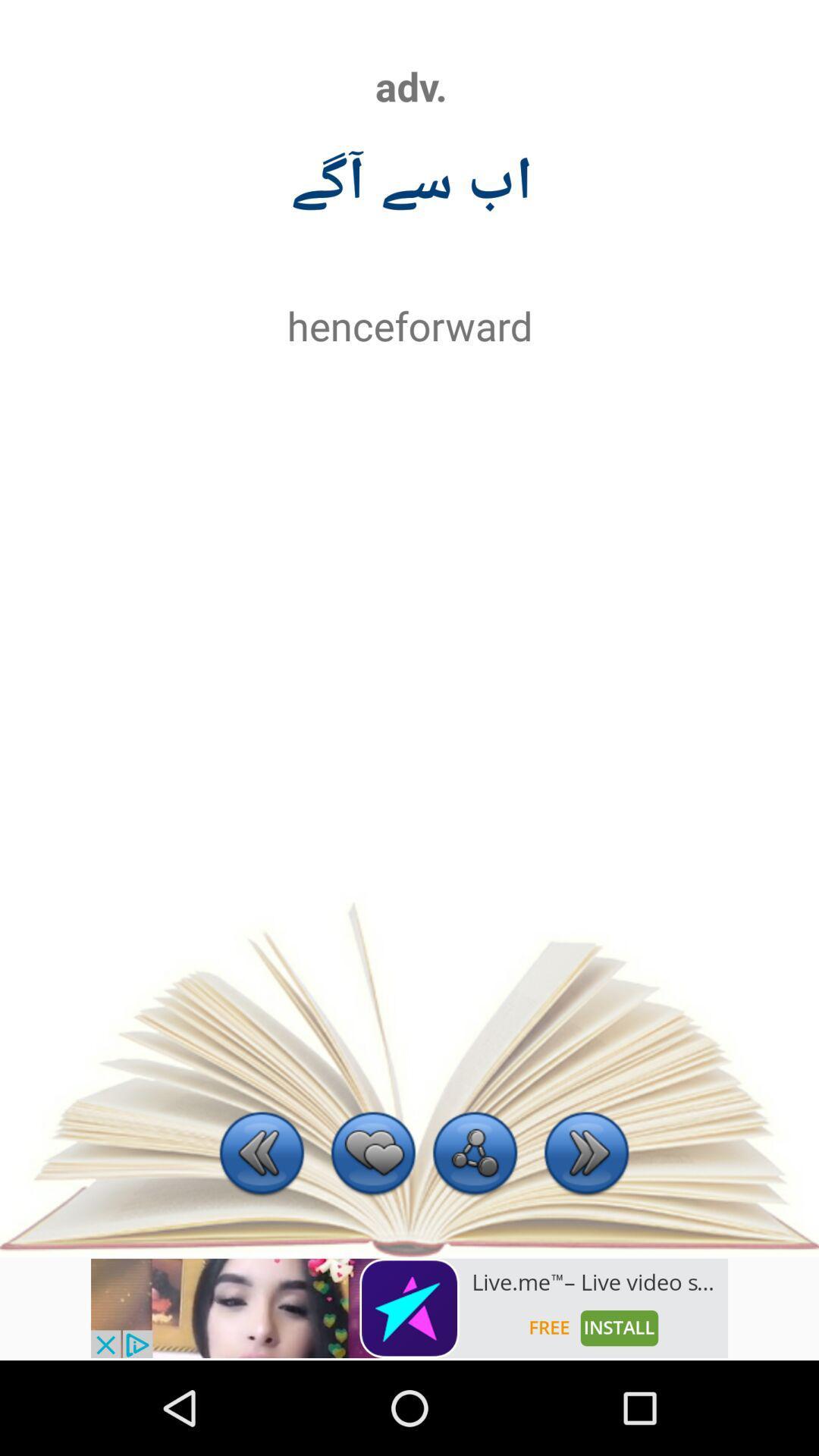 This screenshot has width=819, height=1456. I want to click on previous, so click(261, 1154).